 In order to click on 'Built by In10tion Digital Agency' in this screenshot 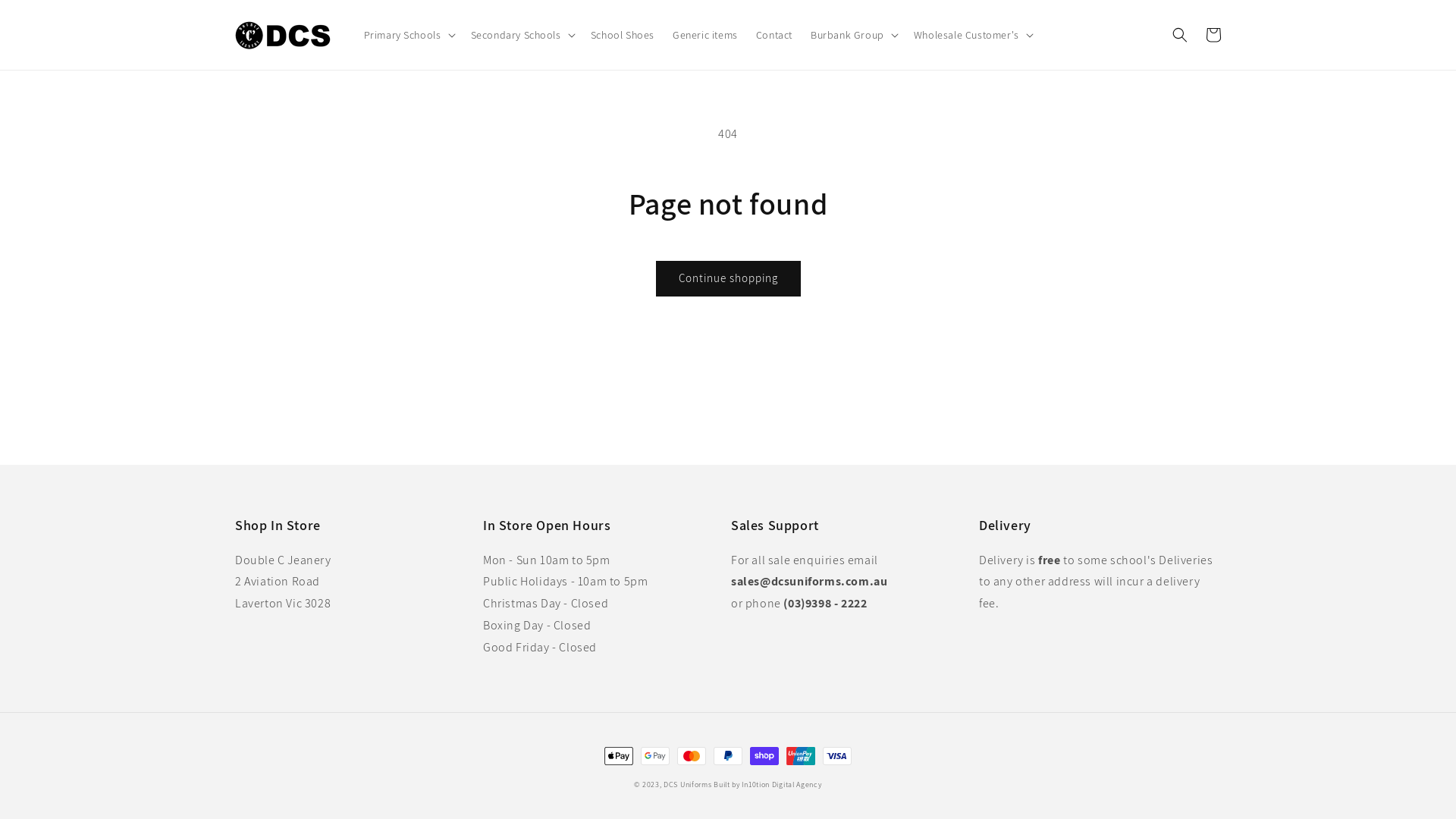, I will do `click(767, 784)`.